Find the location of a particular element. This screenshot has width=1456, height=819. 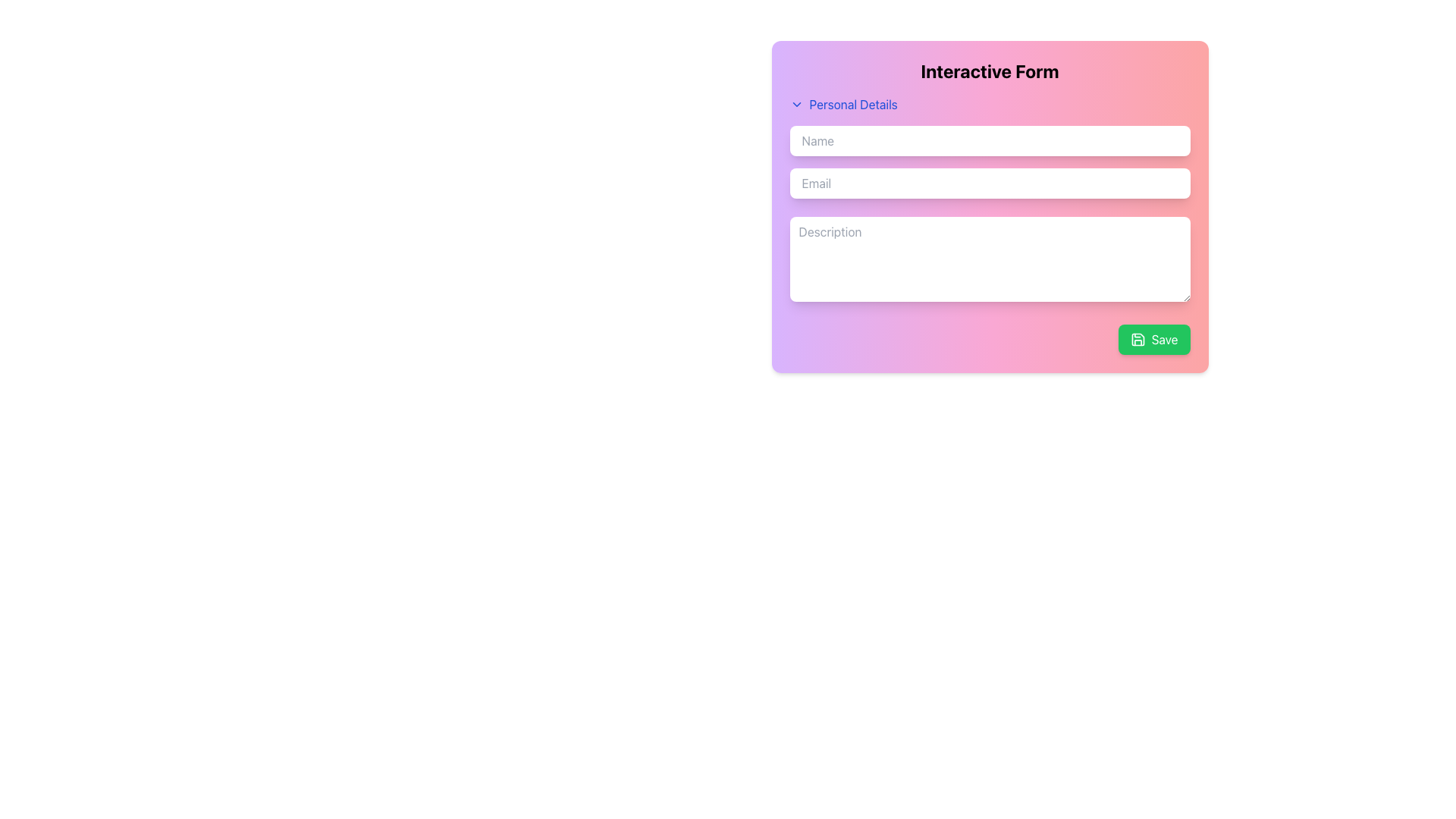

the 'Personal Details' button, which is a blue button located near the top of the form section is located at coordinates (843, 104).